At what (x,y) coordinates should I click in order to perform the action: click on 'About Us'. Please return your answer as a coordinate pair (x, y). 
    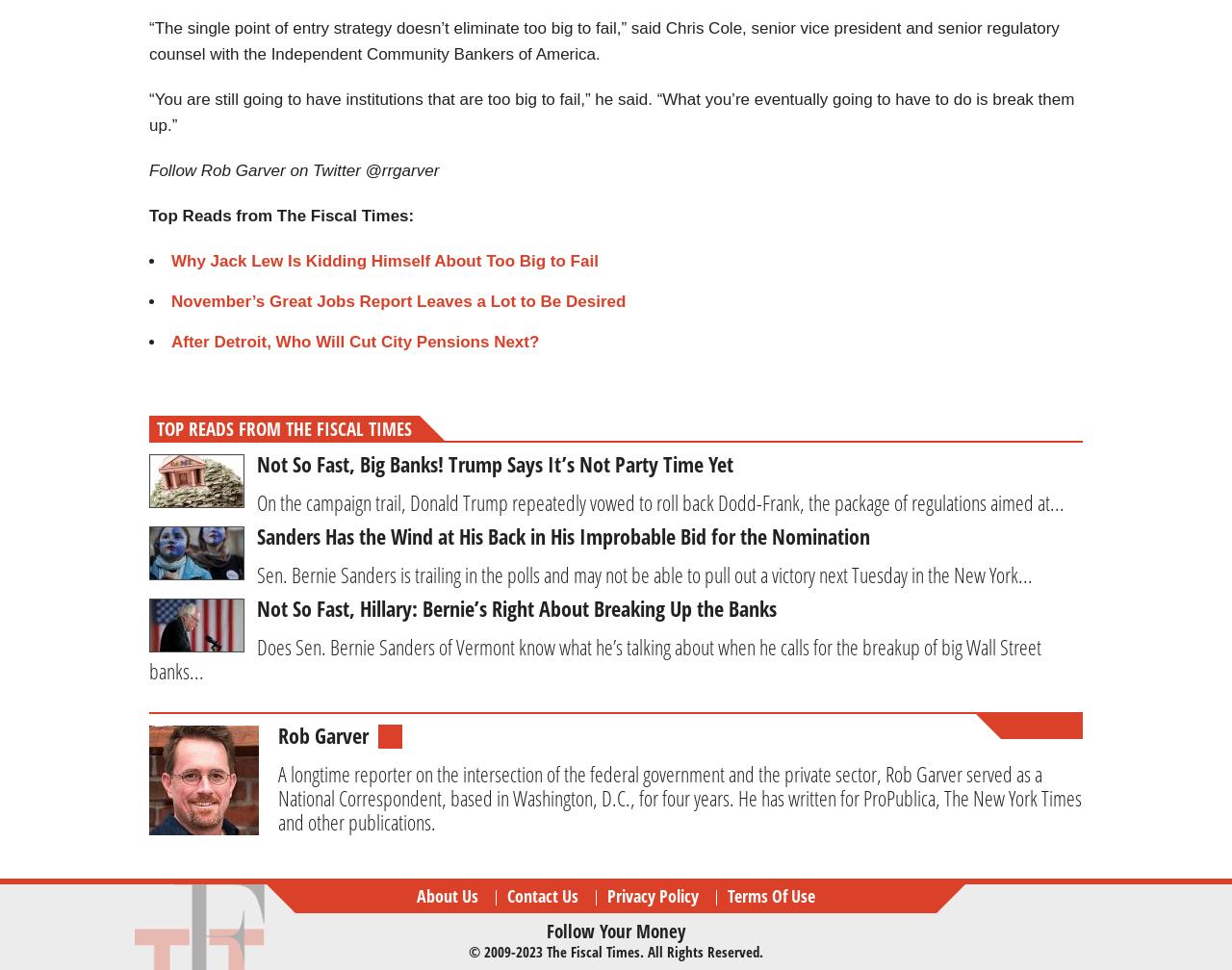
    Looking at the image, I should click on (447, 894).